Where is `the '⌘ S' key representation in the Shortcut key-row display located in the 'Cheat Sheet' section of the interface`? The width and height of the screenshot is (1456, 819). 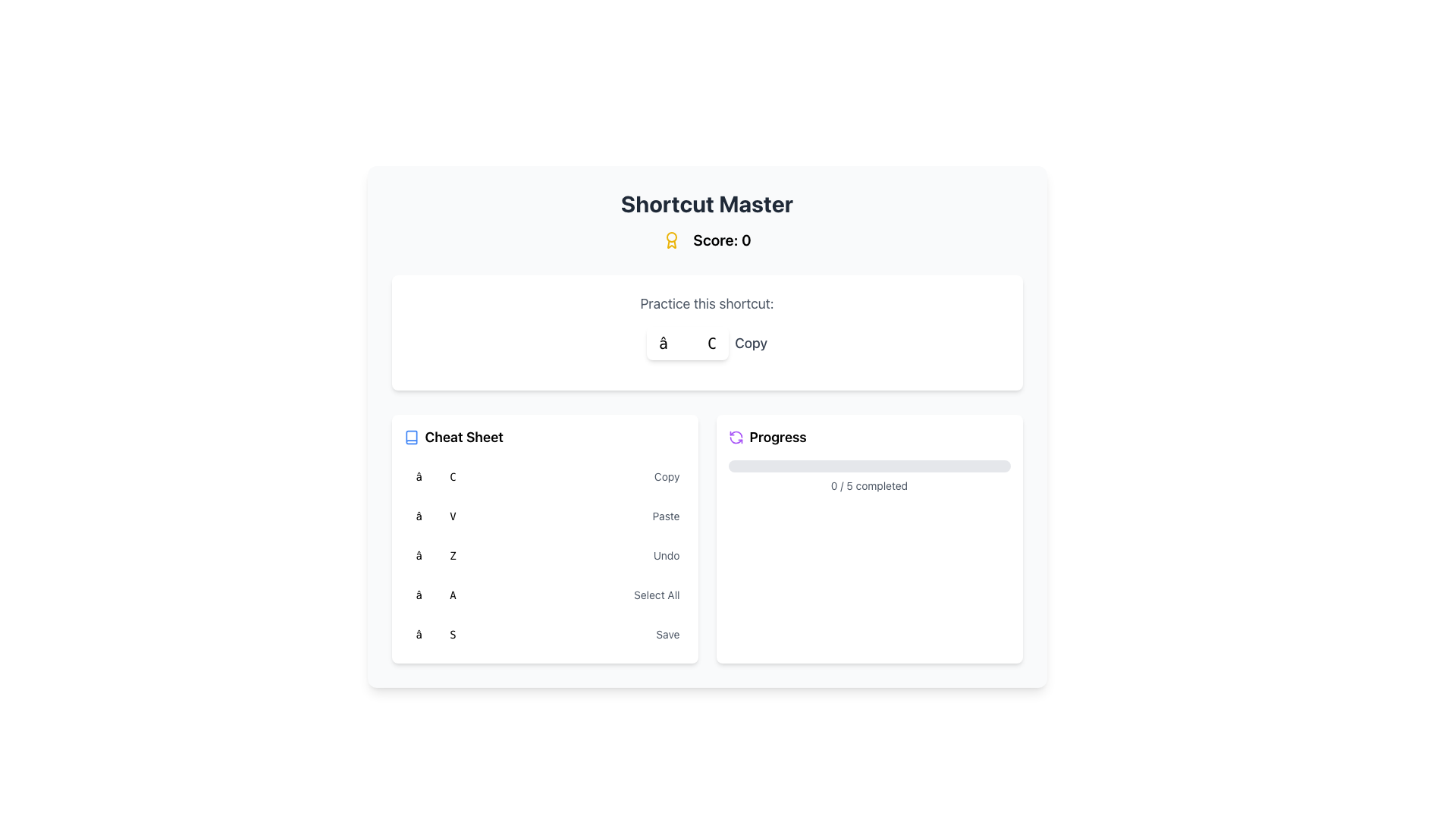
the '⌘ S' key representation in the Shortcut key-row display located in the 'Cheat Sheet' section of the interface is located at coordinates (544, 635).